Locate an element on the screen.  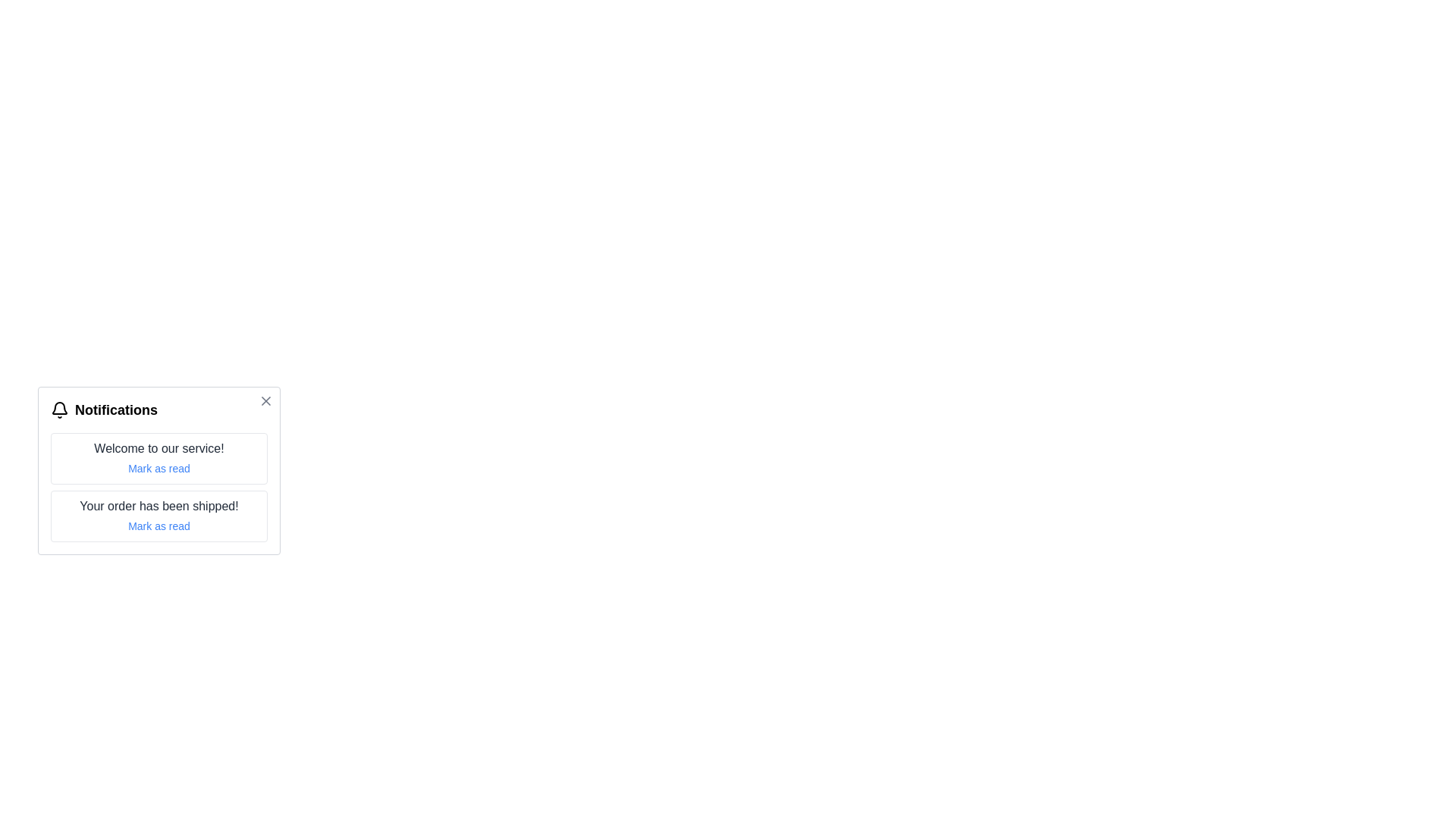
the Notification panel, which has a white background, rounded corners, and contains the title 'Notifications' and a bell icon is located at coordinates (159, 470).